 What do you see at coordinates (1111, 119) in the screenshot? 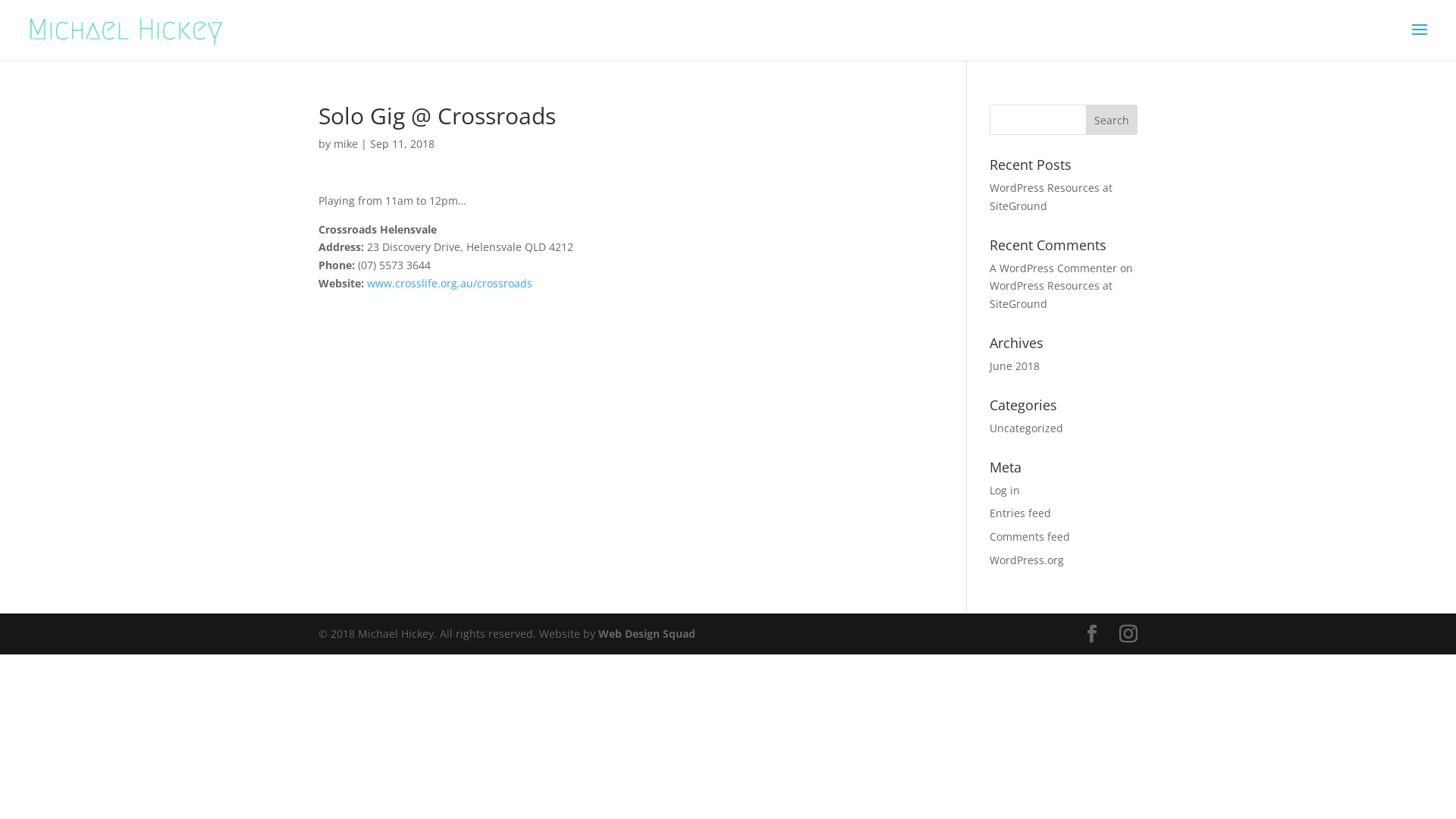
I see `'Search'` at bounding box center [1111, 119].